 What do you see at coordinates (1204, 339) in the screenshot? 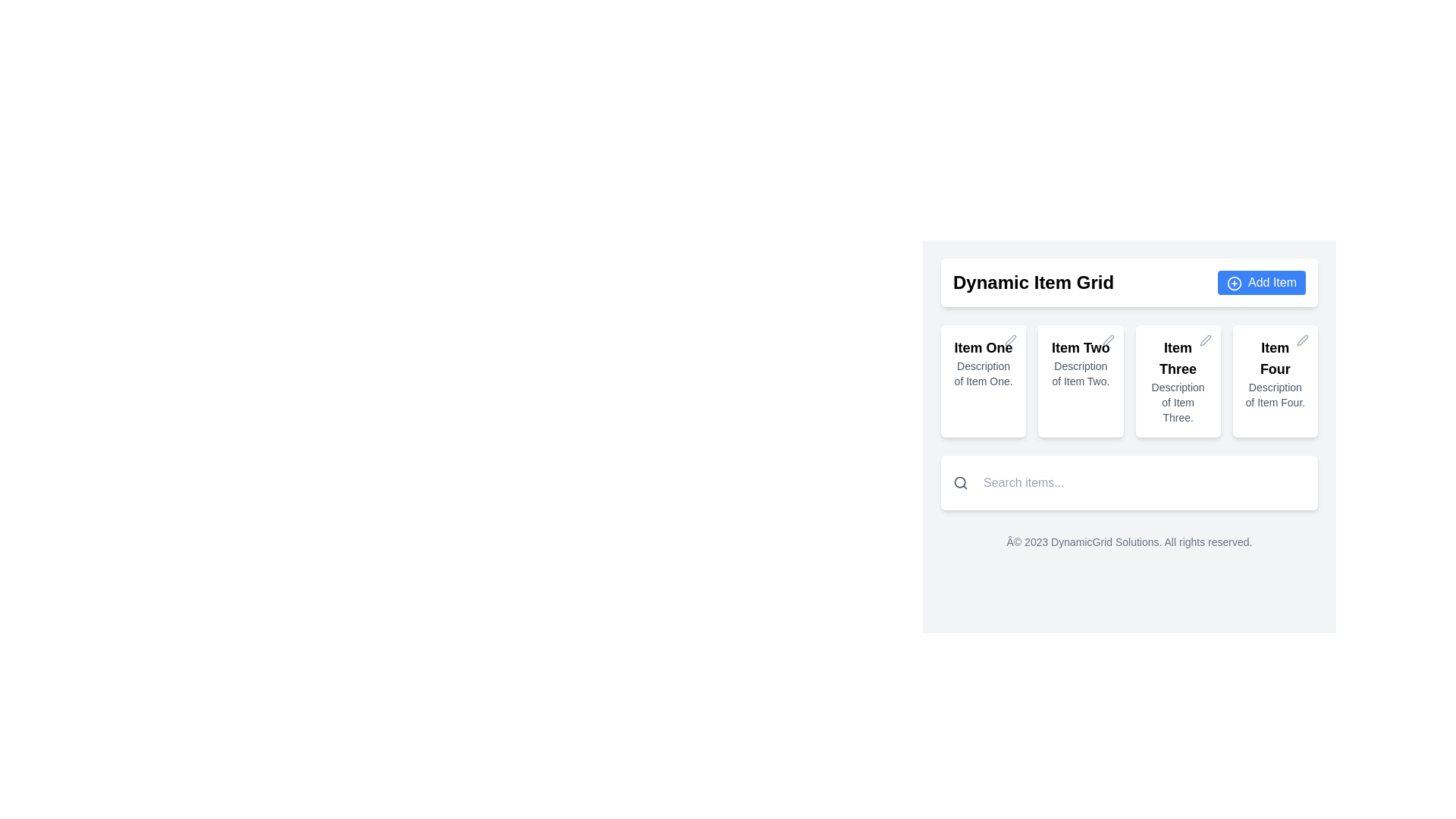
I see `the icon button with an editing pen design located at the top-right corner of the card labeled 'Item Three'` at bounding box center [1204, 339].